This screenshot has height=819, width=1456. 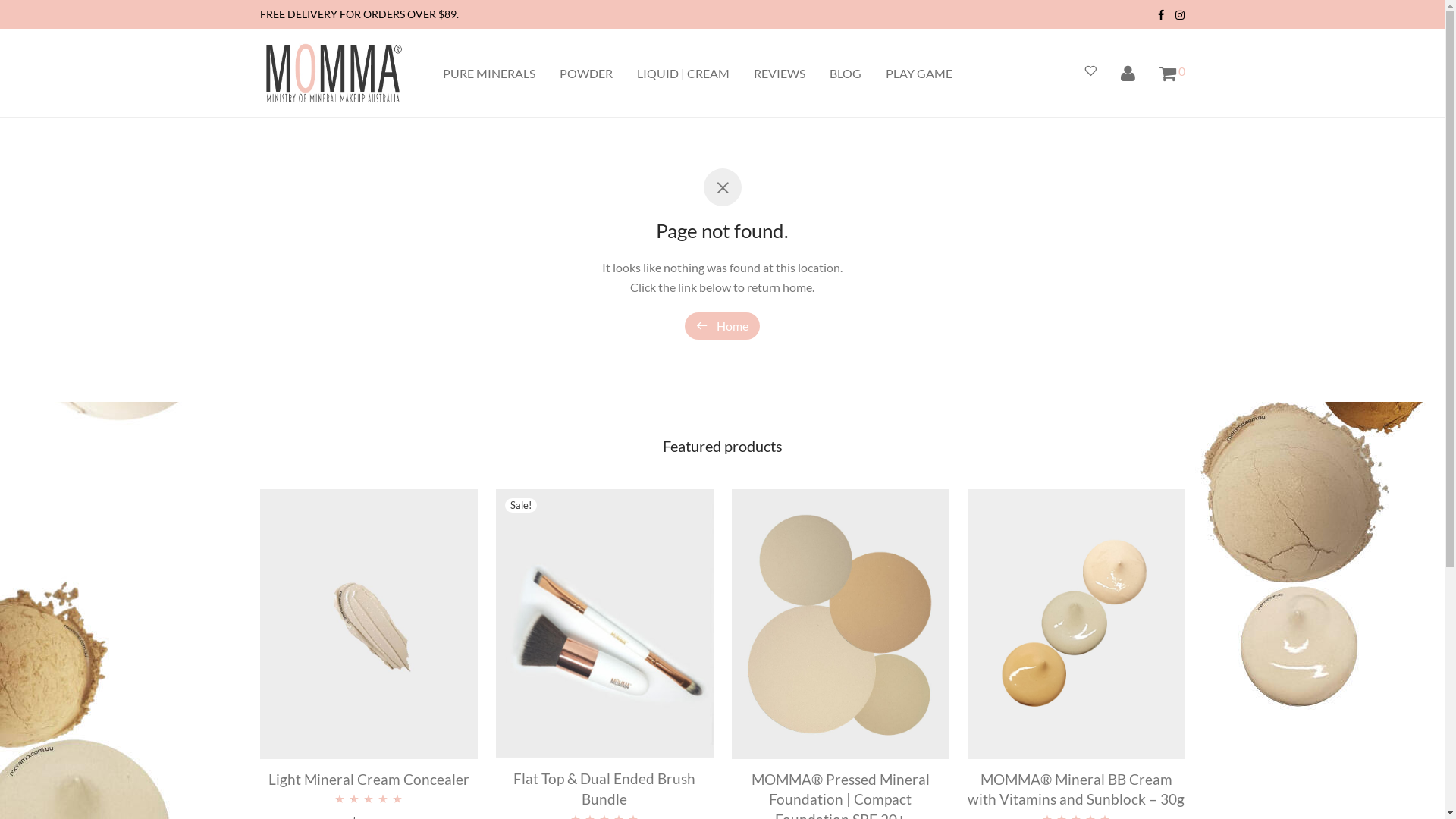 I want to click on 'BLOG', so click(x=844, y=73).